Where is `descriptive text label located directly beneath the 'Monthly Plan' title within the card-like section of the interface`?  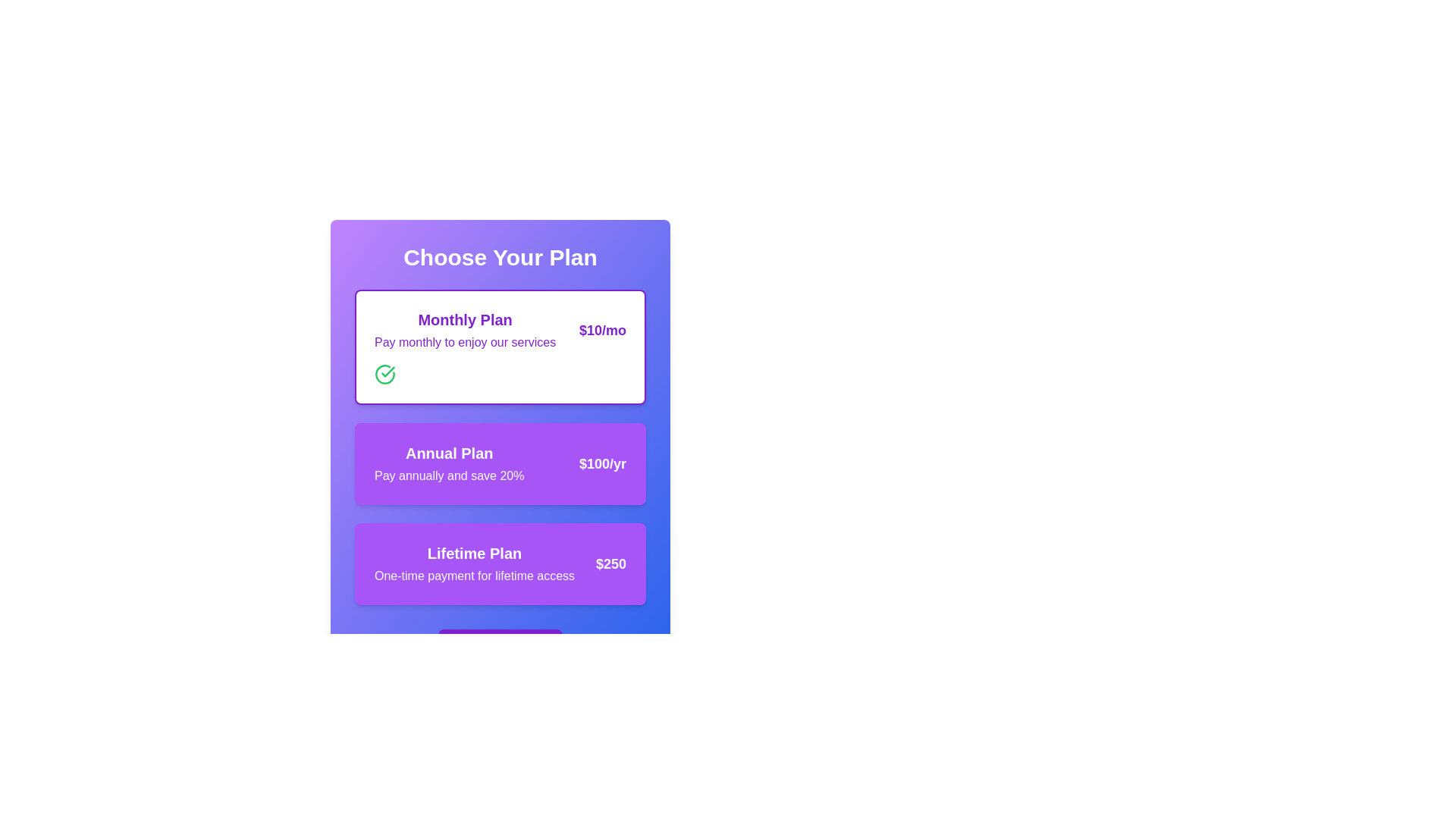 descriptive text label located directly beneath the 'Monthly Plan' title within the card-like section of the interface is located at coordinates (464, 342).